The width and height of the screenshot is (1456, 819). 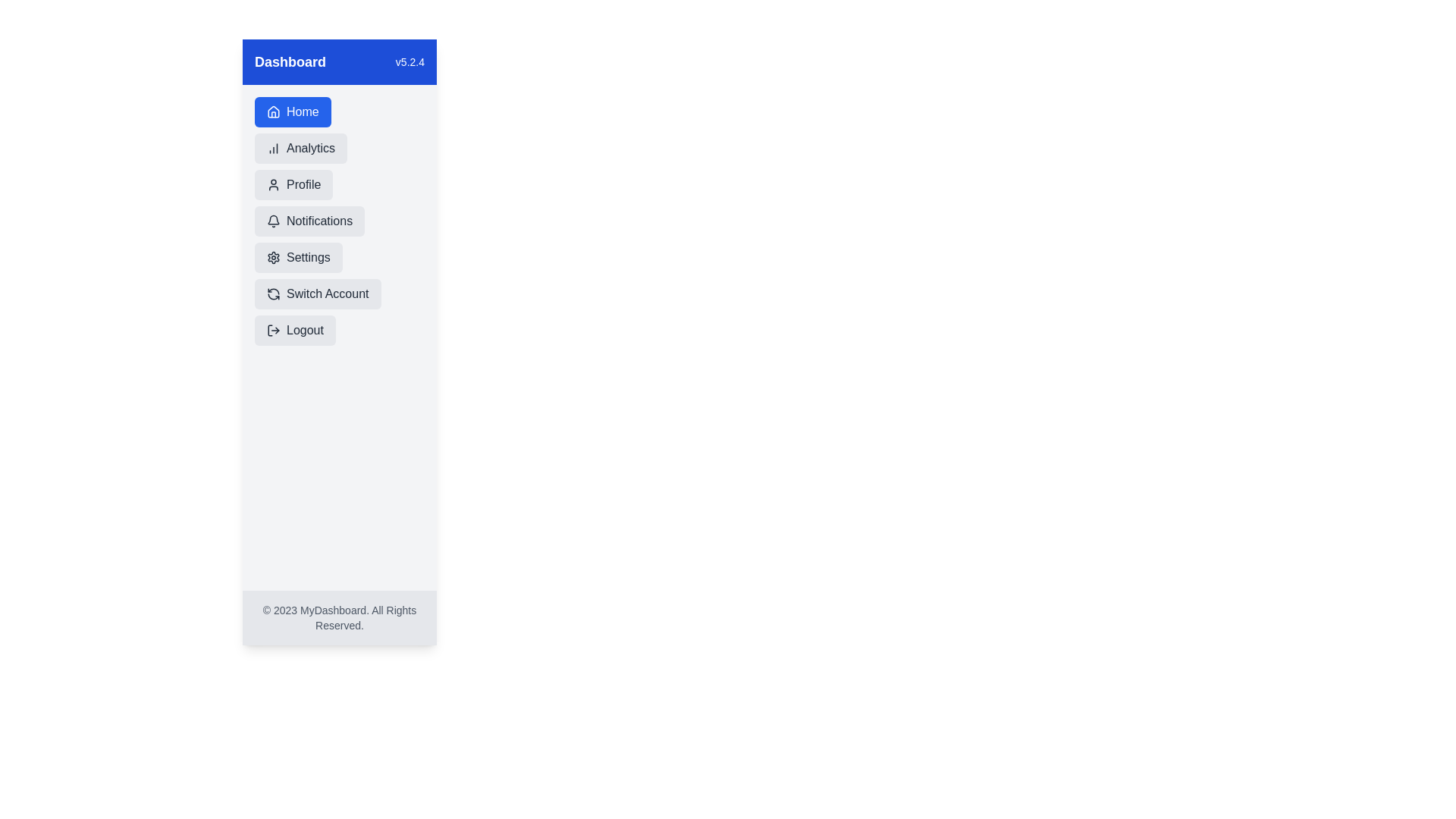 What do you see at coordinates (303, 184) in the screenshot?
I see `the 'Profile' text label located` at bounding box center [303, 184].